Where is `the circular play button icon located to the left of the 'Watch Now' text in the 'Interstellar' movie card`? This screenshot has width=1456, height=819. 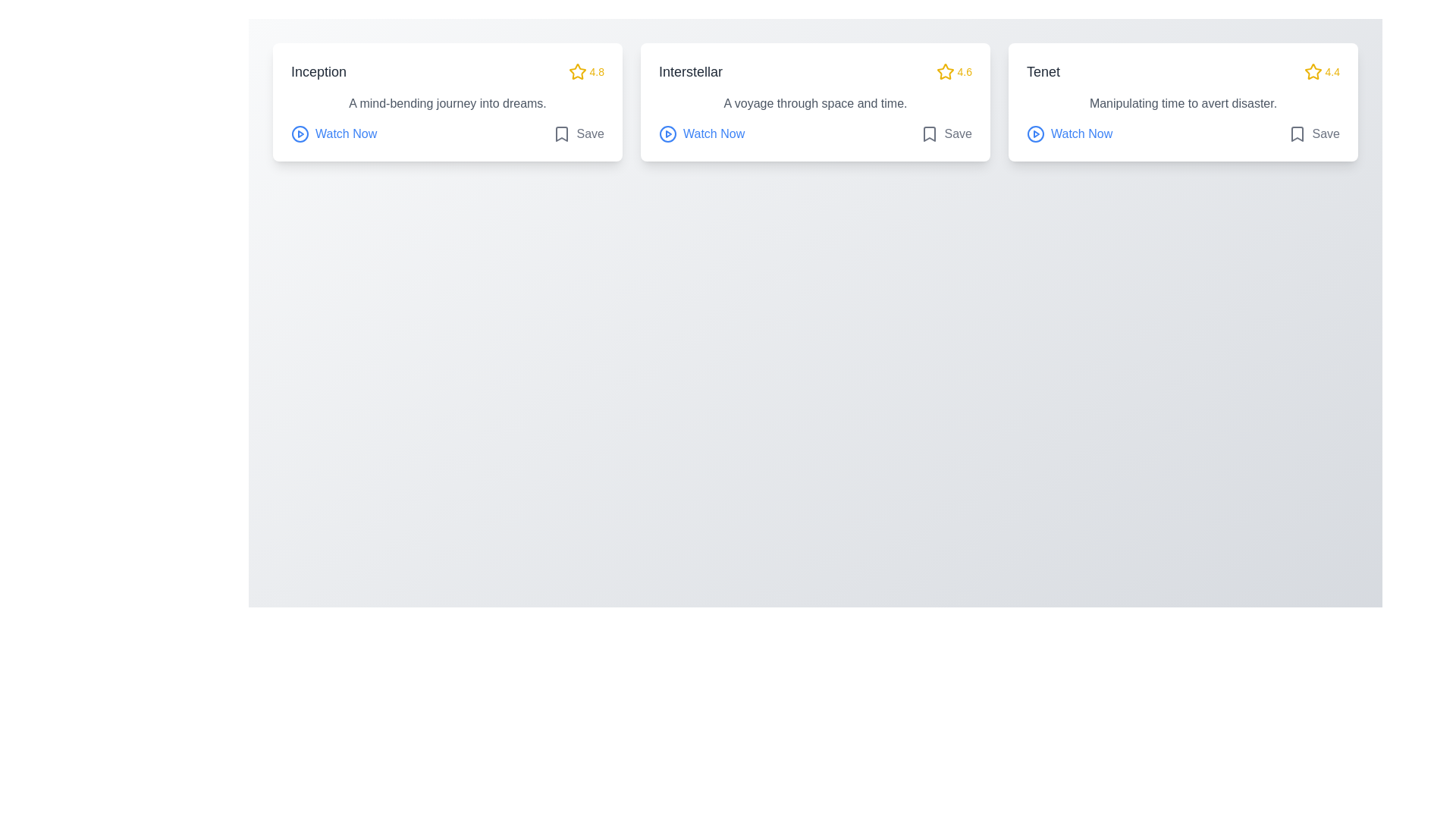 the circular play button icon located to the left of the 'Watch Now' text in the 'Interstellar' movie card is located at coordinates (667, 133).